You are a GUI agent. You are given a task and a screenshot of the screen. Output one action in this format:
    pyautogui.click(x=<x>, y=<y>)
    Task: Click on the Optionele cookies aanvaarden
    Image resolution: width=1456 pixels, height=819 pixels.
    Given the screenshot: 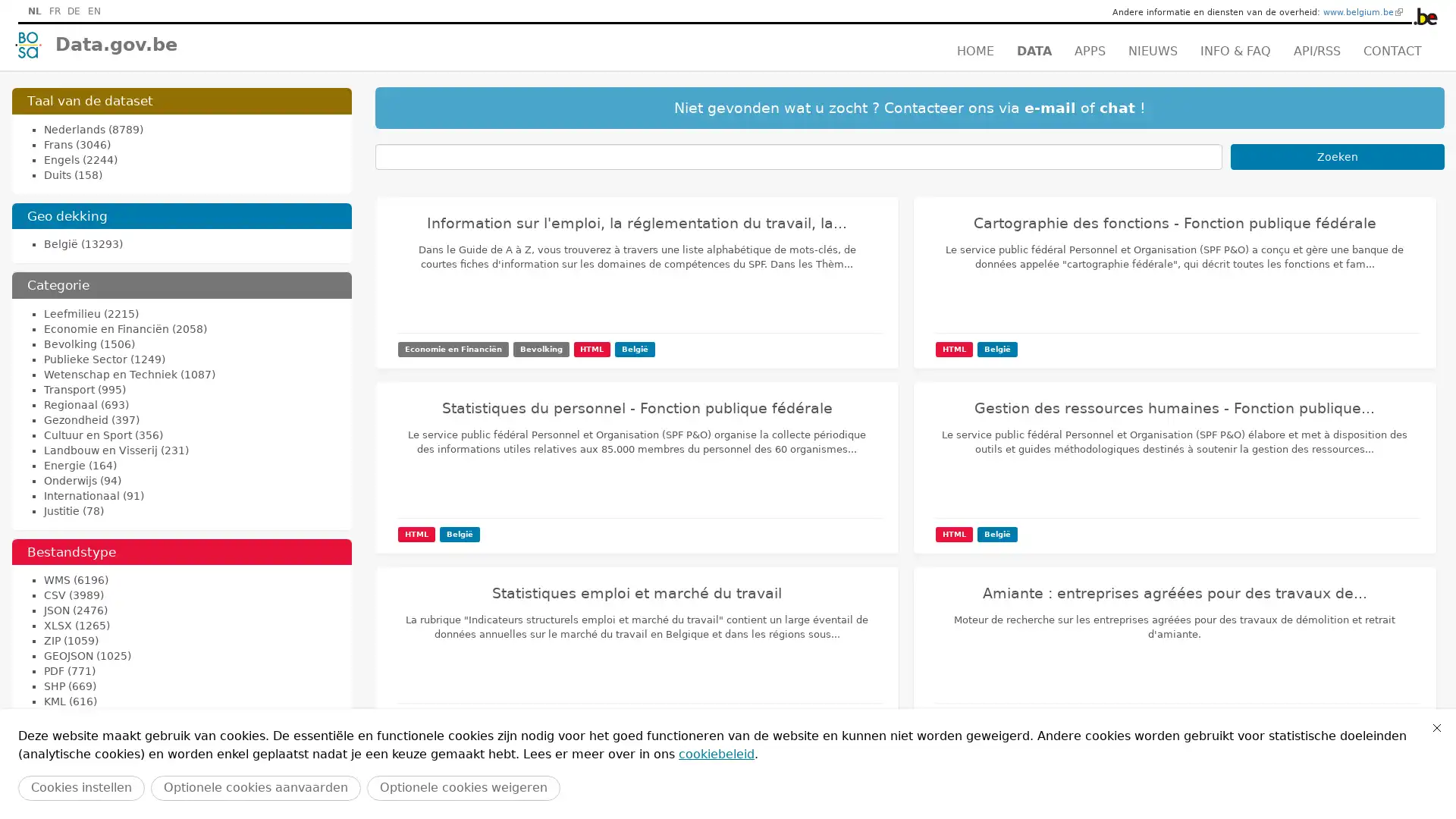 What is the action you would take?
    pyautogui.click(x=256, y=787)
    